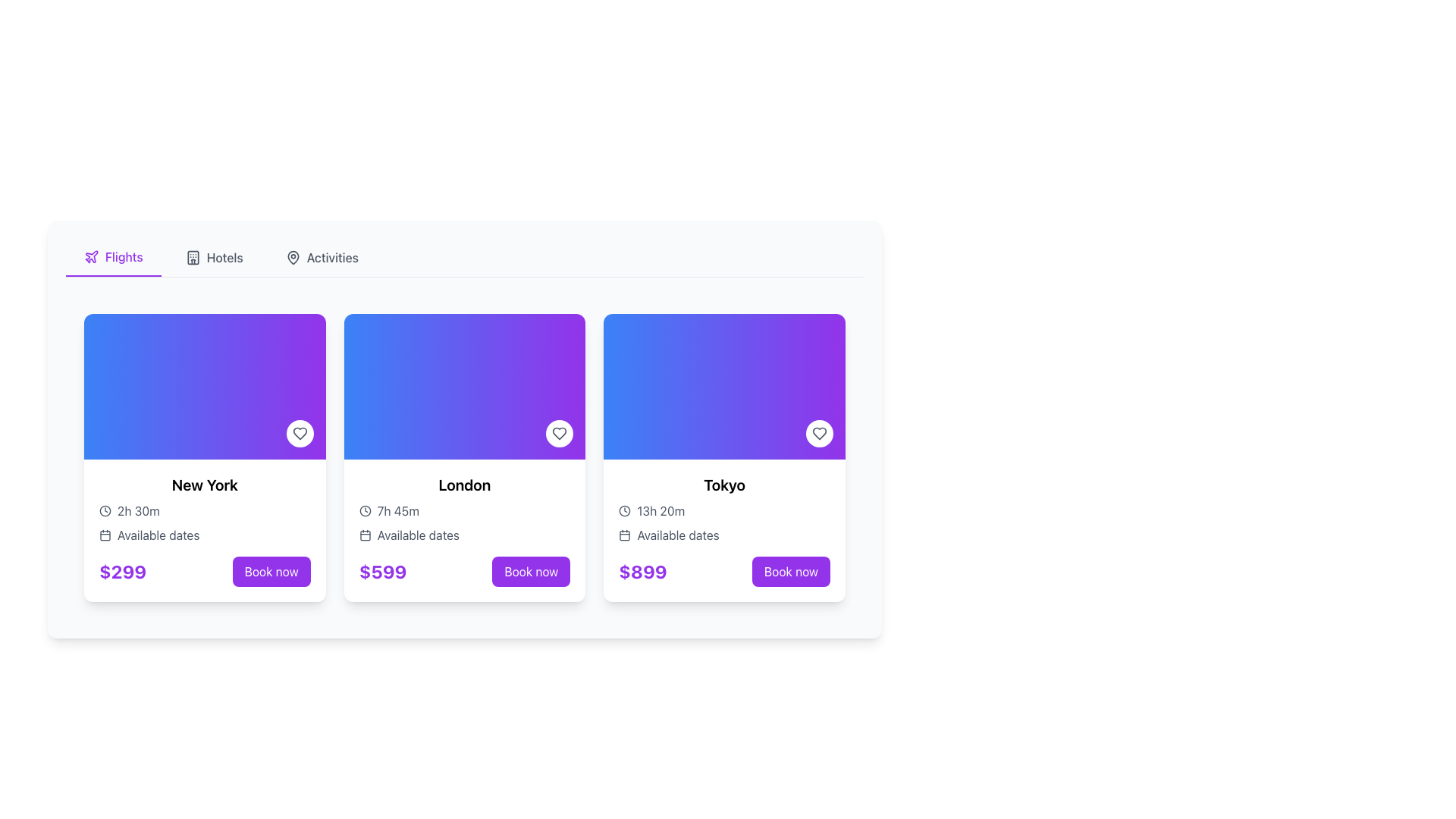 This screenshot has width=1456, height=819. What do you see at coordinates (105, 534) in the screenshot?
I see `the calendar icon that signifies date selection functionality, located in the 'Available dates' section under the New York card` at bounding box center [105, 534].